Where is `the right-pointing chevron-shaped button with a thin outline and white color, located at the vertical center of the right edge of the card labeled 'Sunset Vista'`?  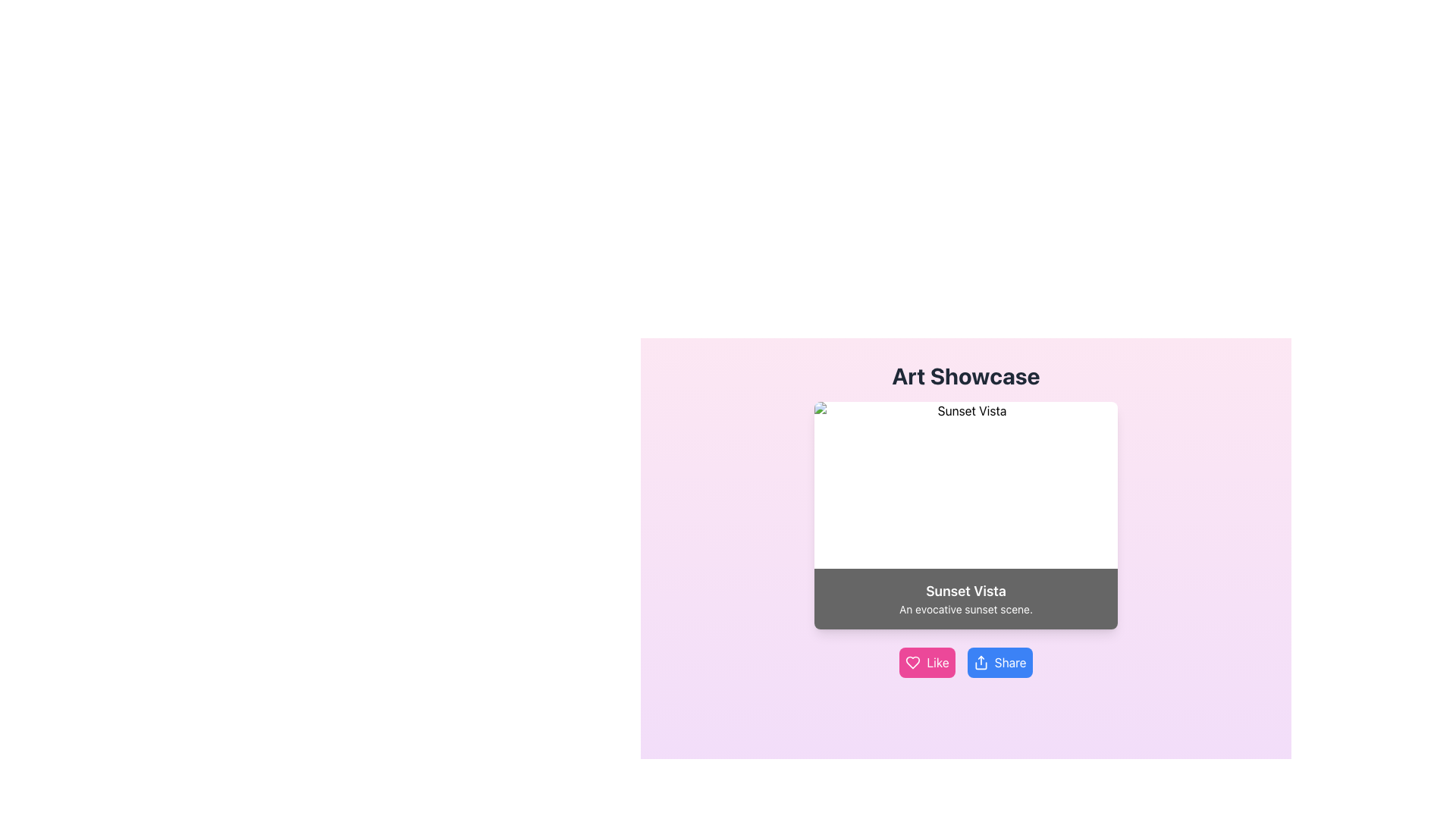
the right-pointing chevron-shaped button with a thin outline and white color, located at the vertical center of the right edge of the card labeled 'Sunset Vista' is located at coordinates (1093, 514).